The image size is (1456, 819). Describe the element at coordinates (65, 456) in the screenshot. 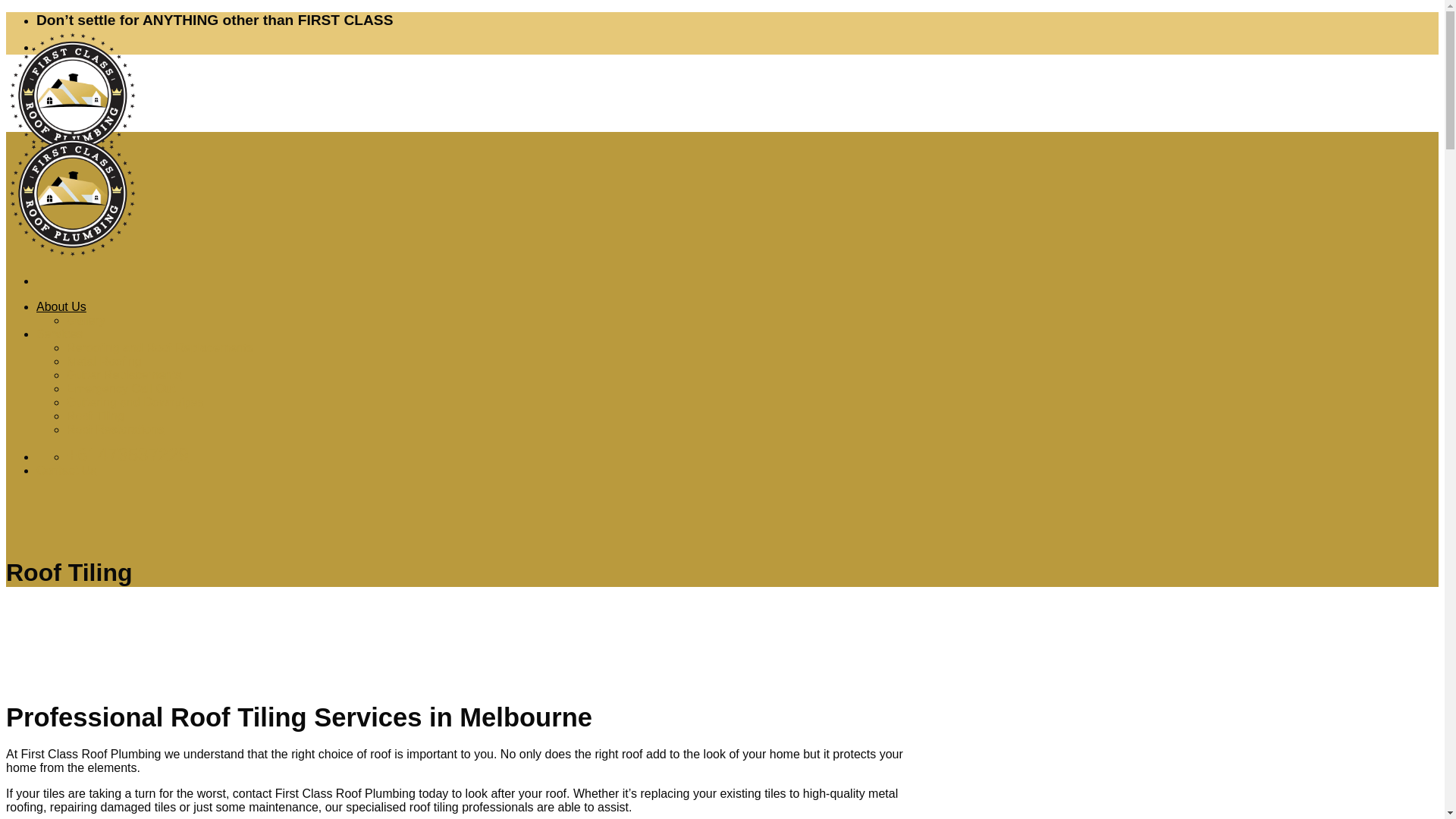

I see `'+61473537229'` at that location.